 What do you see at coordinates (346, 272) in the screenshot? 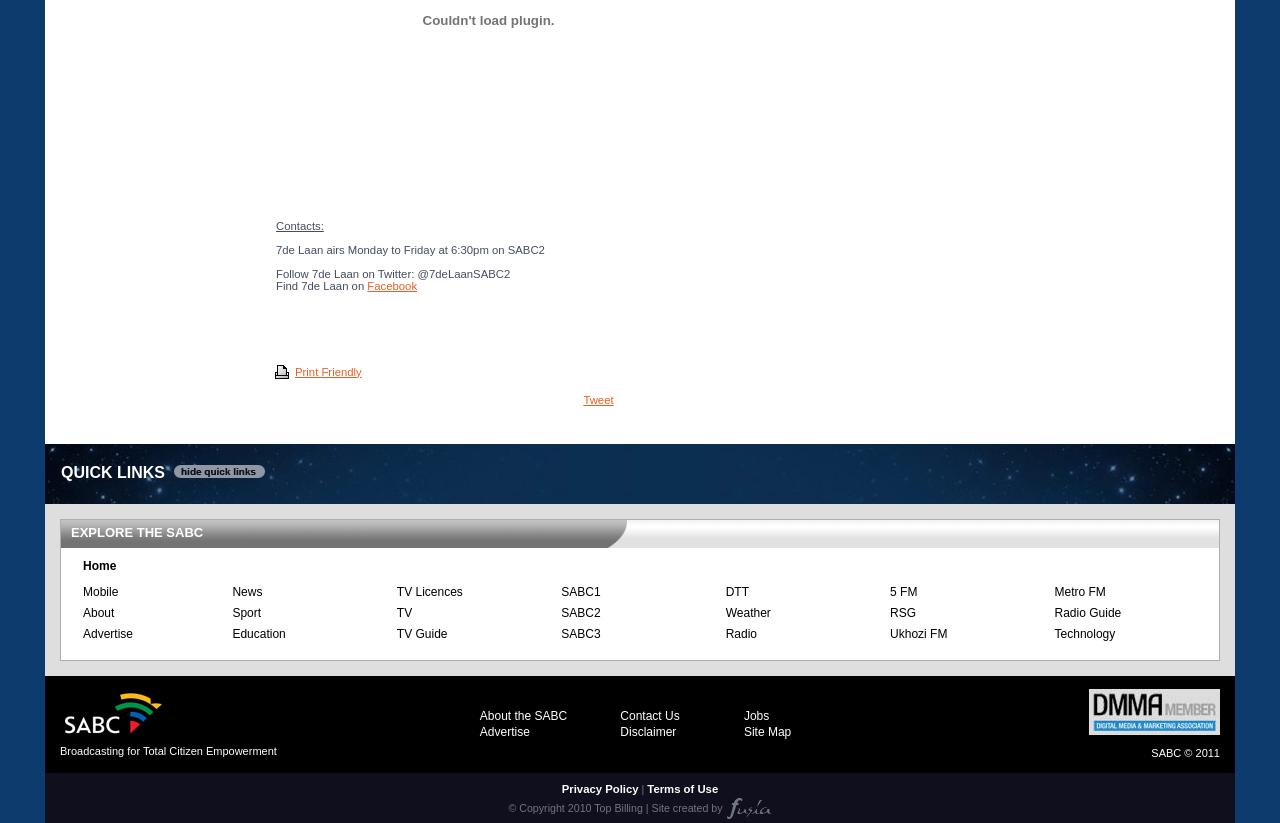
I see `'Follow 7de Laan on Twitter:'` at bounding box center [346, 272].